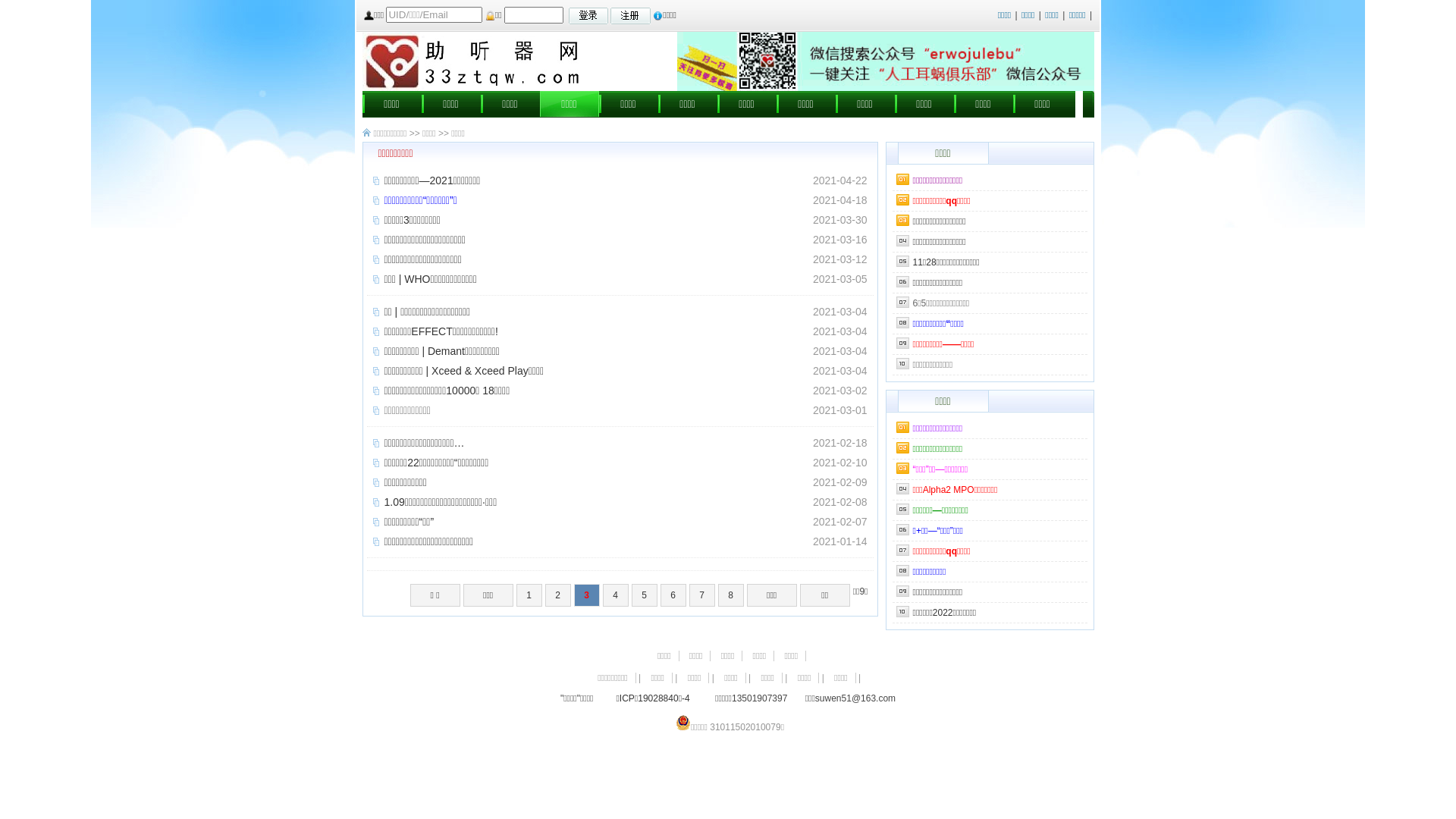  Describe the element at coordinates (731, 595) in the screenshot. I see `'8'` at that location.